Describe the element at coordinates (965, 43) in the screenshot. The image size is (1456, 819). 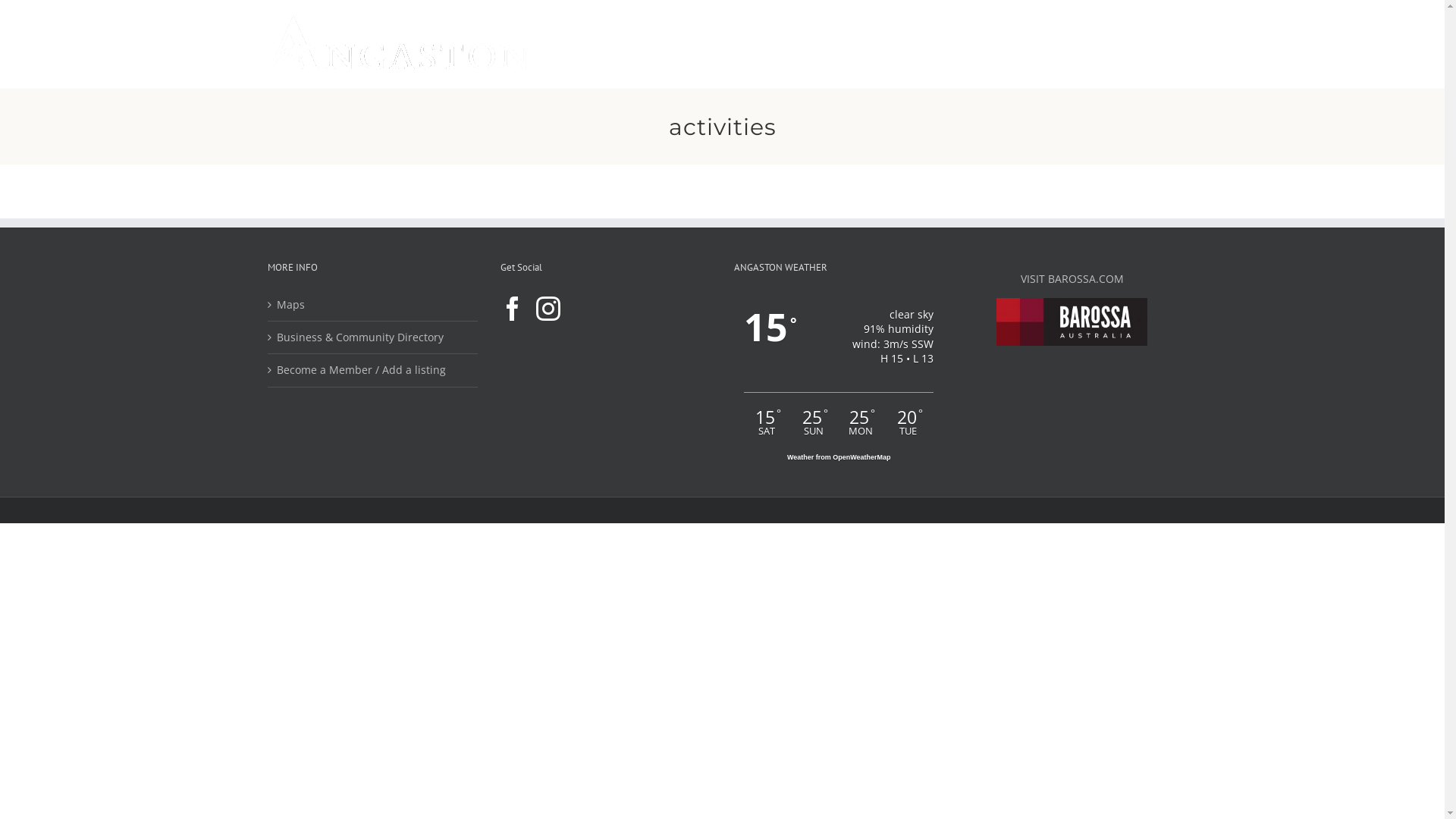
I see `'STAY'` at that location.